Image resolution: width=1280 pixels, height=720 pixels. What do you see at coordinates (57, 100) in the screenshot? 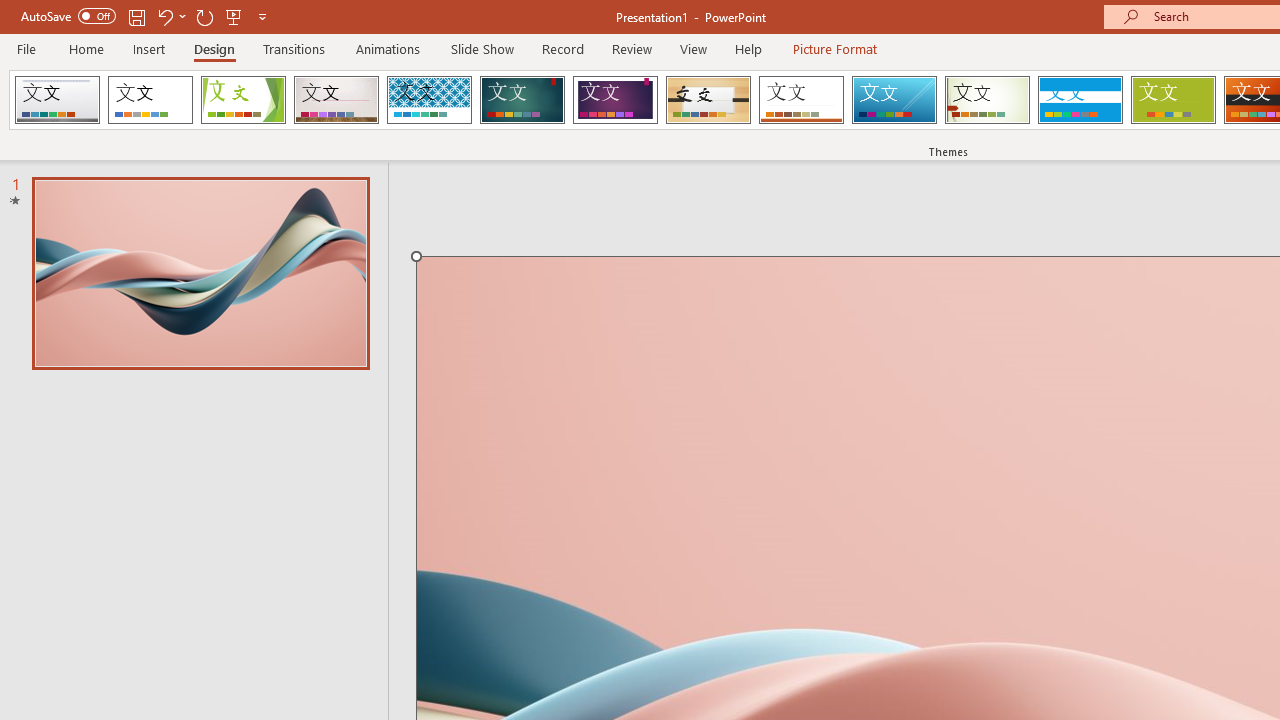
I see `'AfterglowVTI'` at bounding box center [57, 100].